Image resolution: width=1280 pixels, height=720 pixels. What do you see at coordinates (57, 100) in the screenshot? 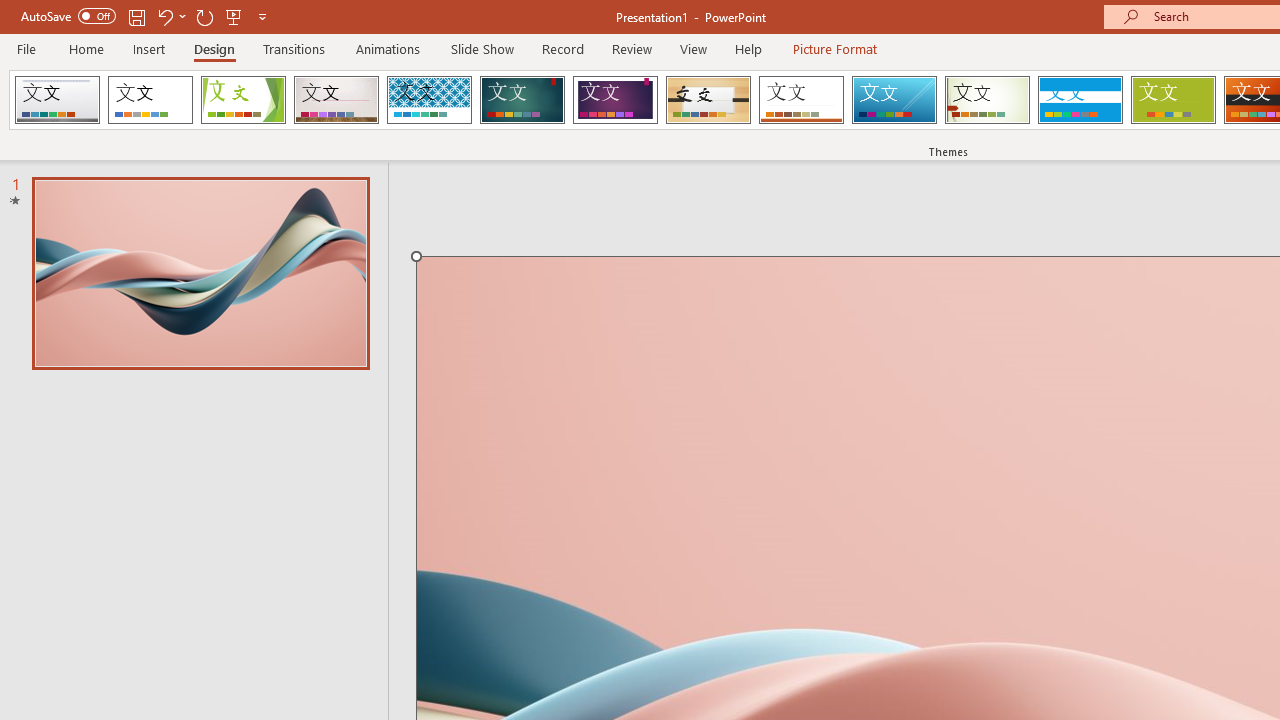
I see `'AfterglowVTI'` at bounding box center [57, 100].